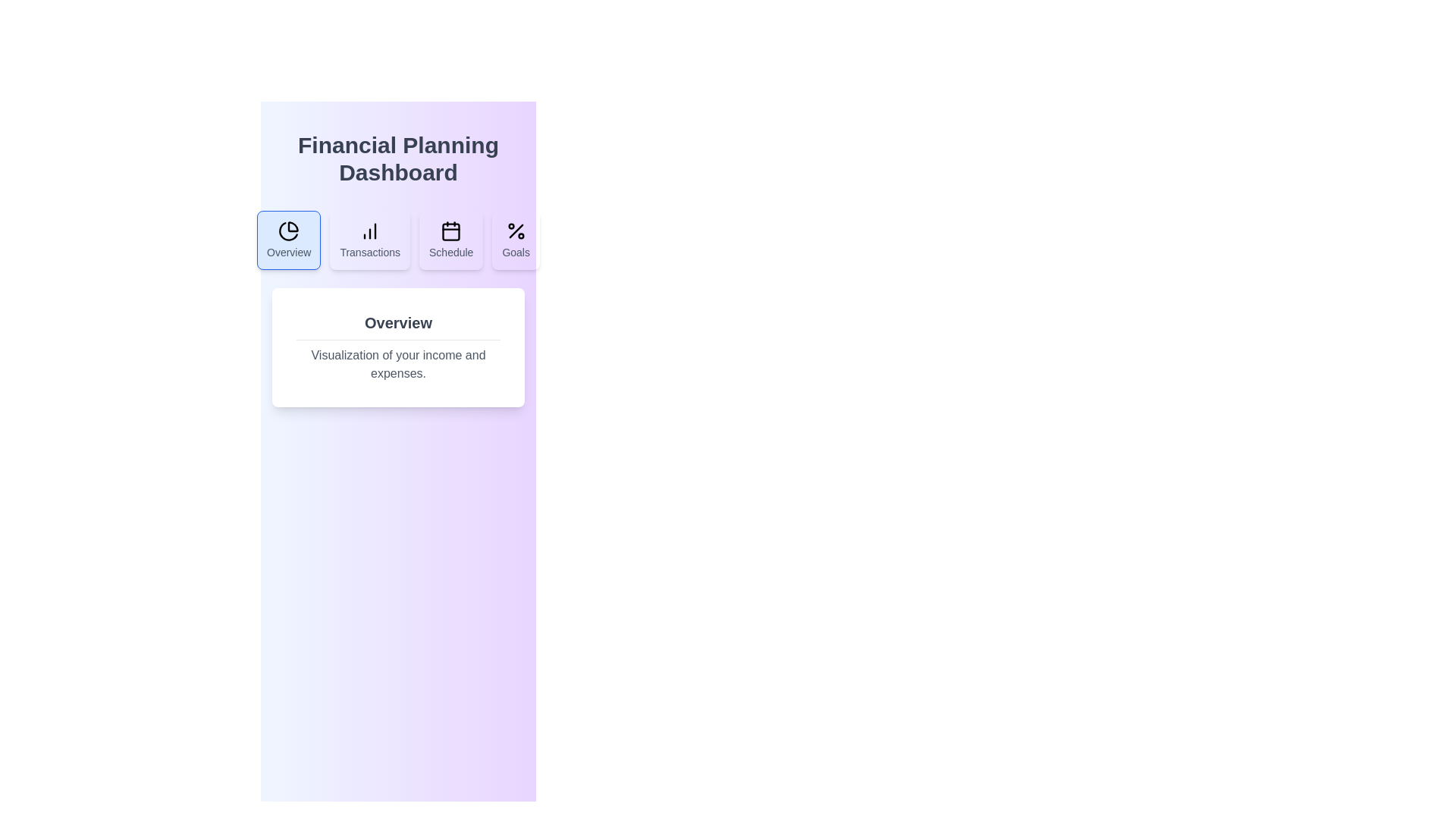  Describe the element at coordinates (289, 239) in the screenshot. I see `the navigation button that directs users to the 'Overview' section, which is the first item in a horizontal list located near the top of the interface` at that location.